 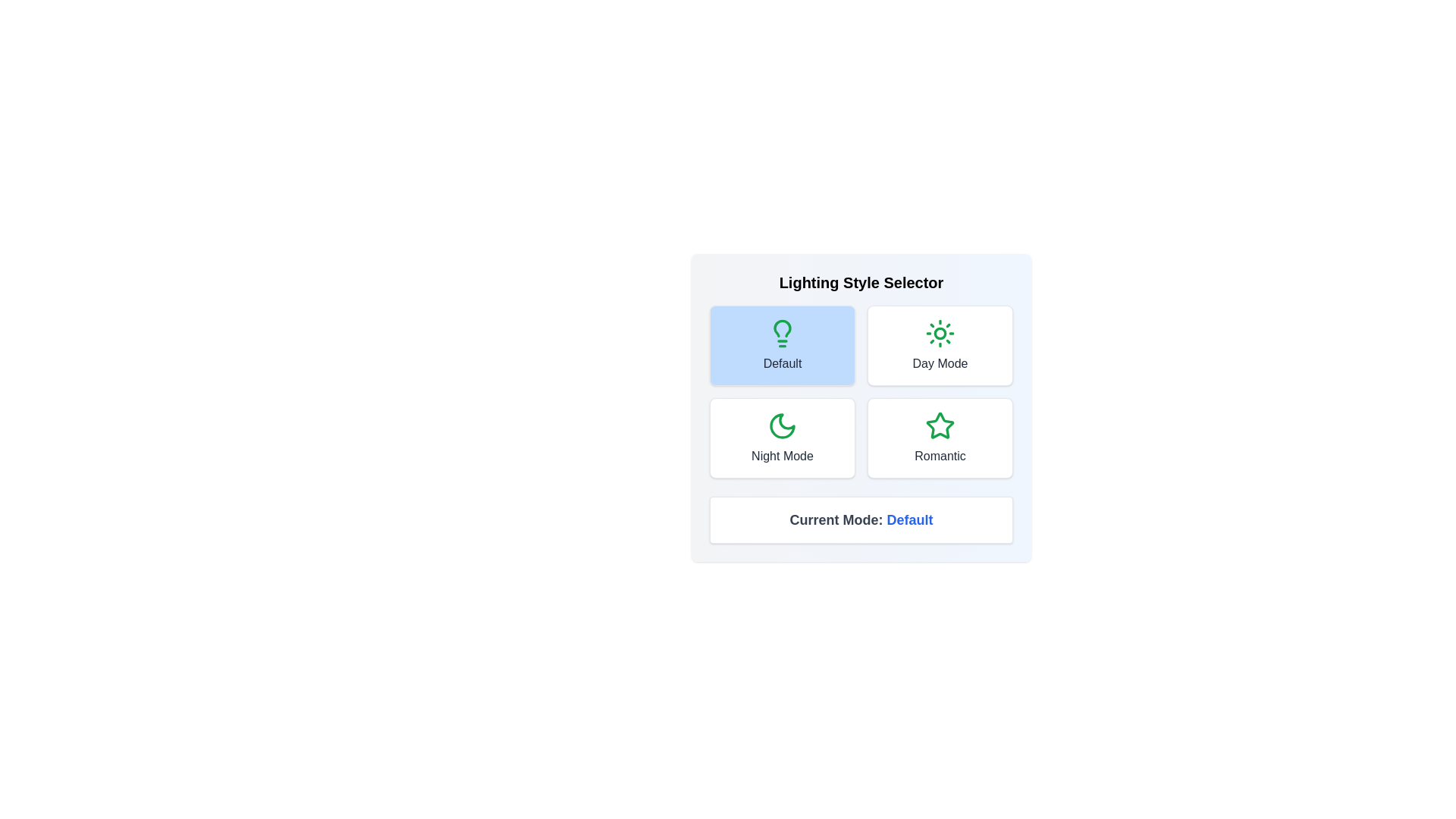 I want to click on the button corresponding to the lighting mode Night Mode, so click(x=783, y=438).